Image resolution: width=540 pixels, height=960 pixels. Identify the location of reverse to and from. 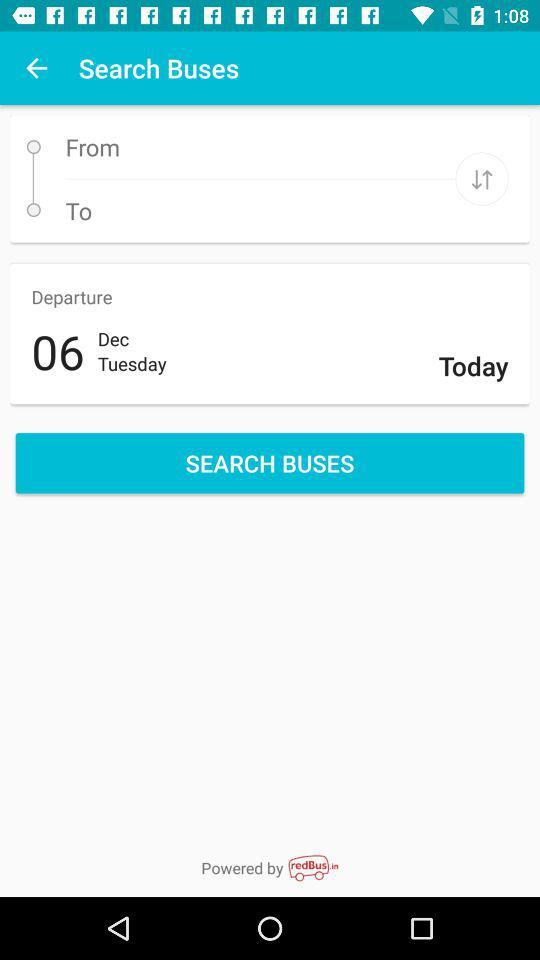
(481, 178).